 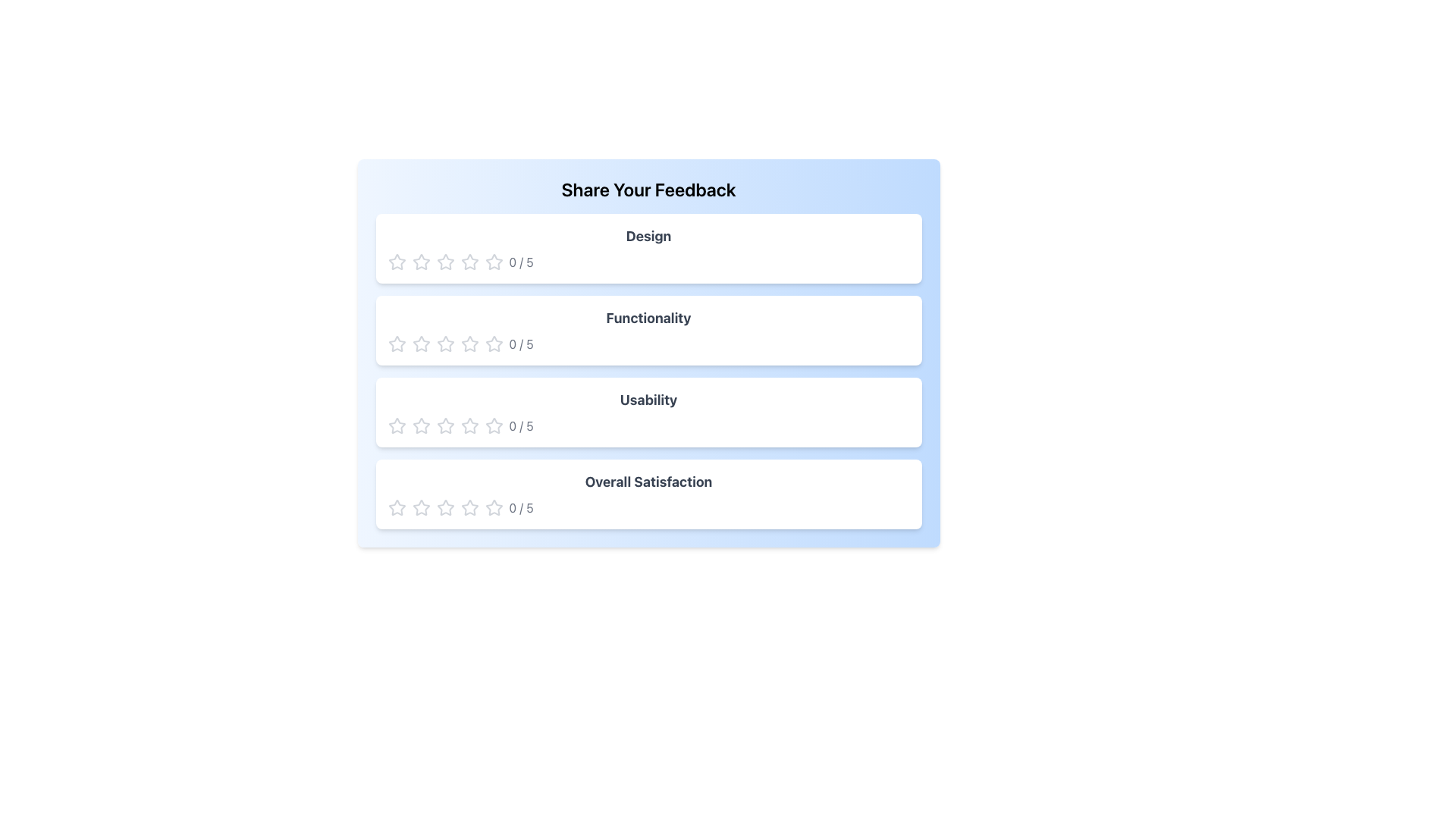 What do you see at coordinates (444, 262) in the screenshot?
I see `the third star icon in the 'Design' feedback section of the rating system` at bounding box center [444, 262].